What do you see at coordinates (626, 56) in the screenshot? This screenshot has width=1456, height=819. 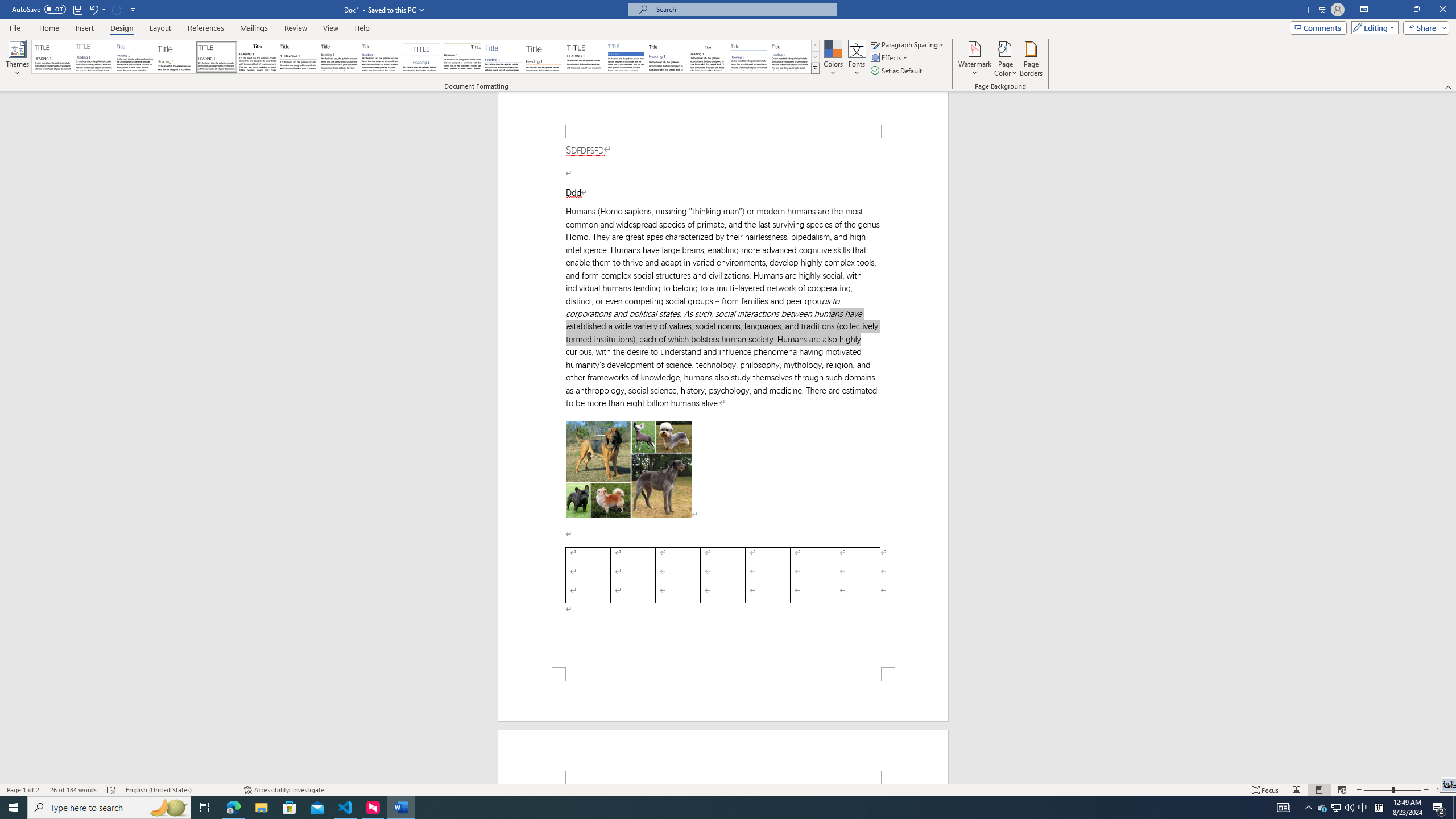 I see `'Shaded'` at bounding box center [626, 56].